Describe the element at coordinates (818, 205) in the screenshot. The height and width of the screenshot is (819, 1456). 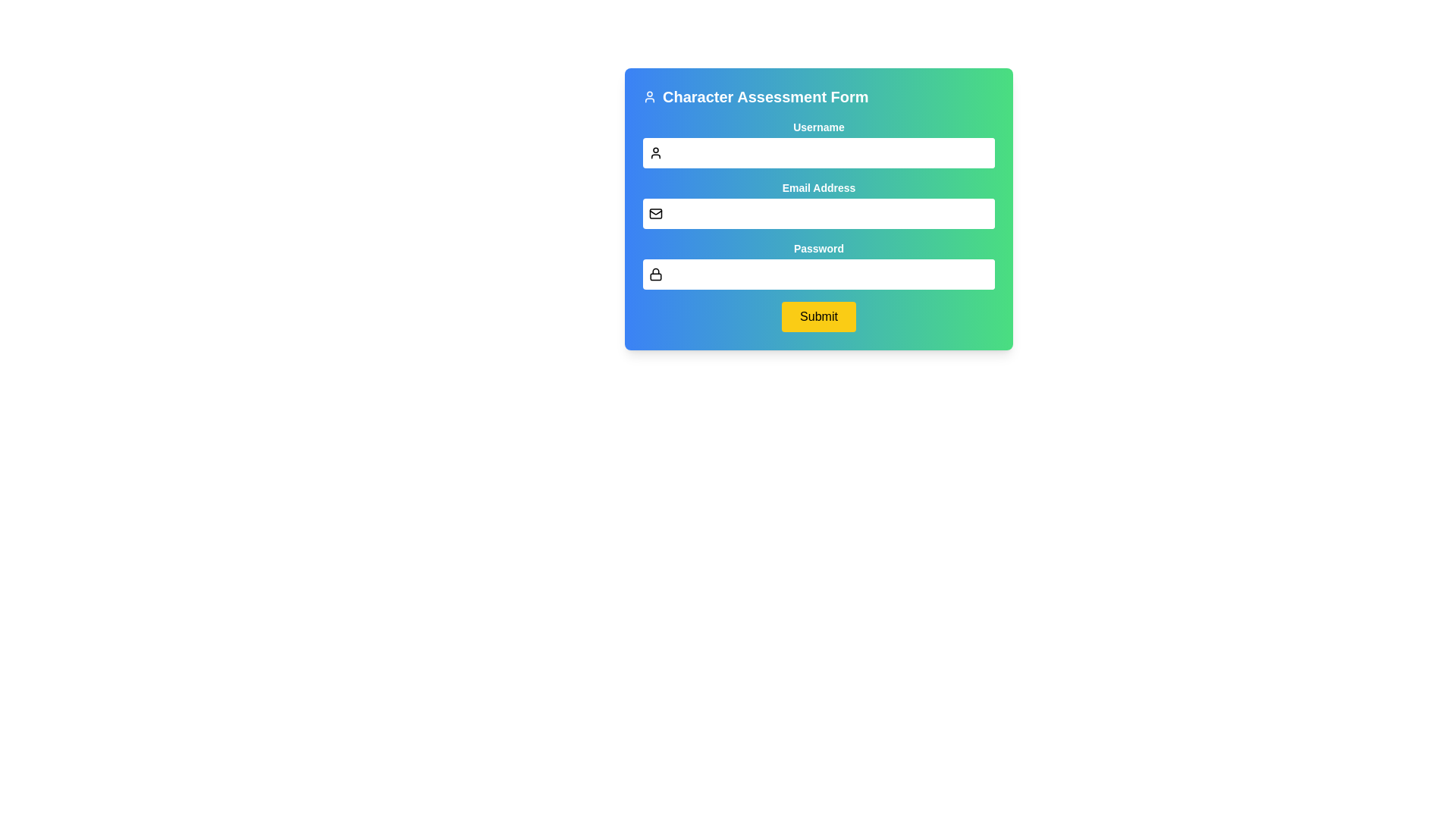
I see `the email input field label, which is the second element in the form layout` at that location.